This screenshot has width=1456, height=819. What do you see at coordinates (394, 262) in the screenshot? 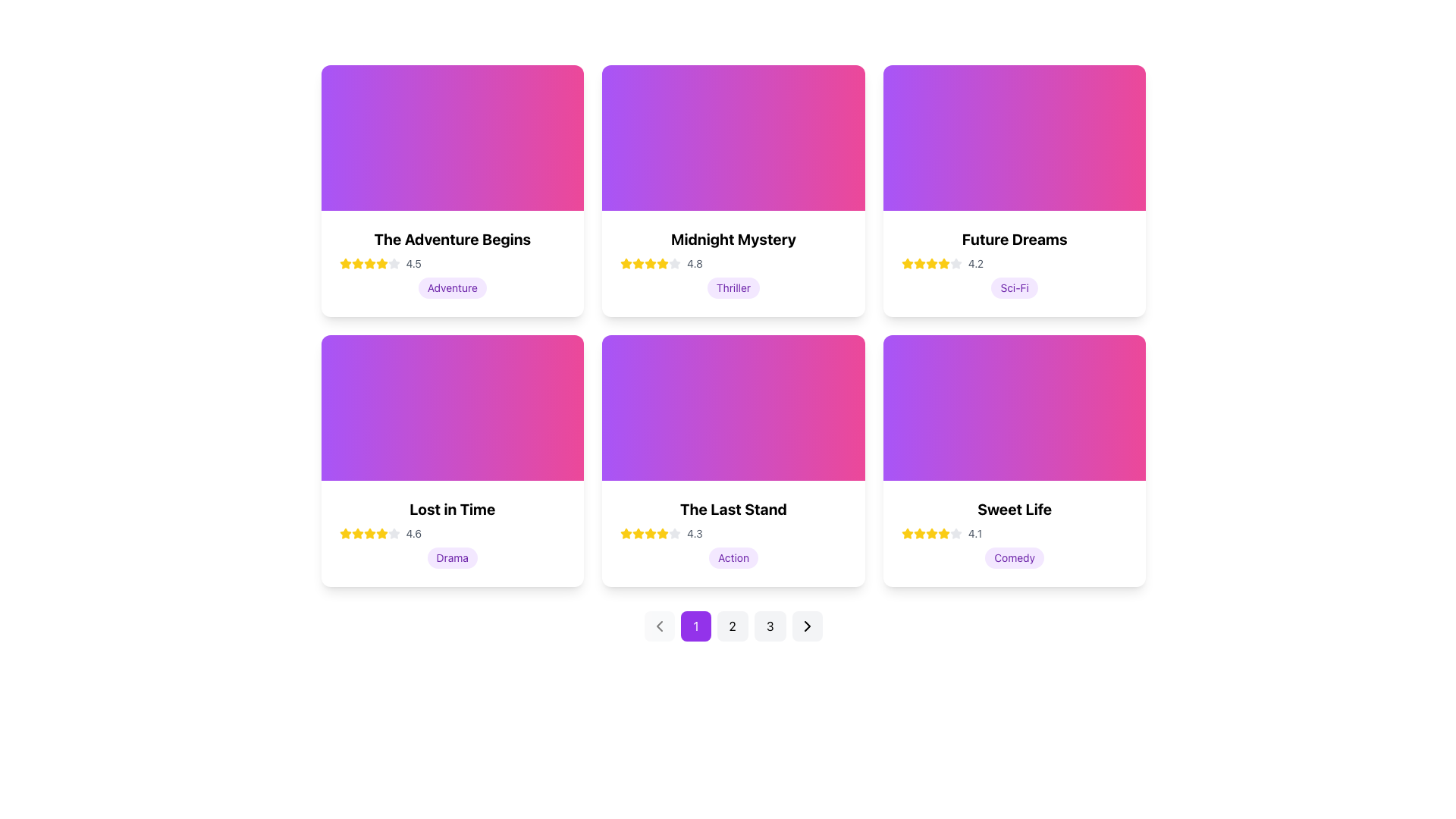
I see `the last star icon in the rating system below the text 'The Adventure Begins' and above the label 'Adventure'` at bounding box center [394, 262].